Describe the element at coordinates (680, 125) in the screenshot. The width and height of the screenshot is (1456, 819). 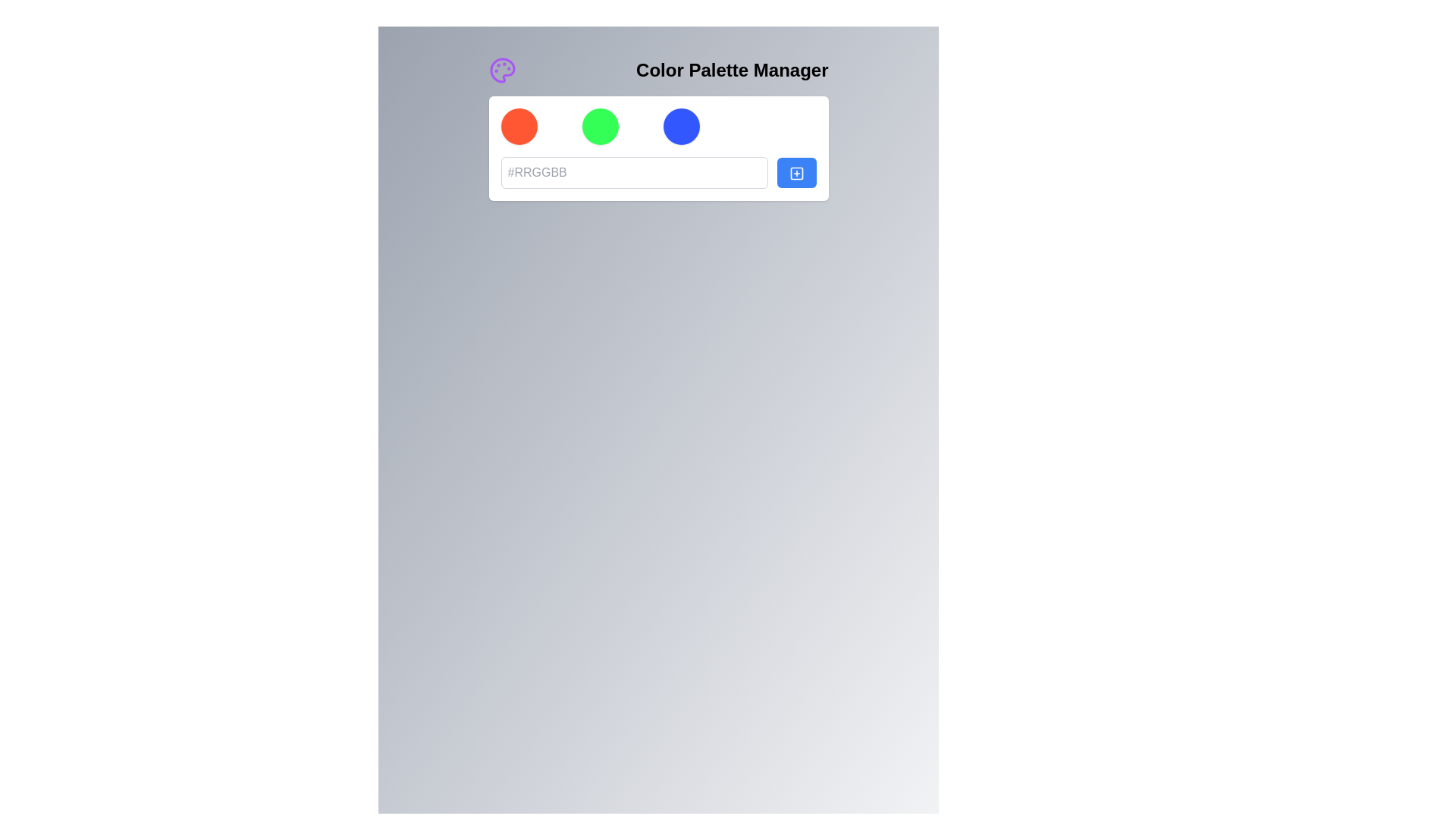
I see `the third circular color selection button with a blue background in the 'Color Palette Manager' interface` at that location.